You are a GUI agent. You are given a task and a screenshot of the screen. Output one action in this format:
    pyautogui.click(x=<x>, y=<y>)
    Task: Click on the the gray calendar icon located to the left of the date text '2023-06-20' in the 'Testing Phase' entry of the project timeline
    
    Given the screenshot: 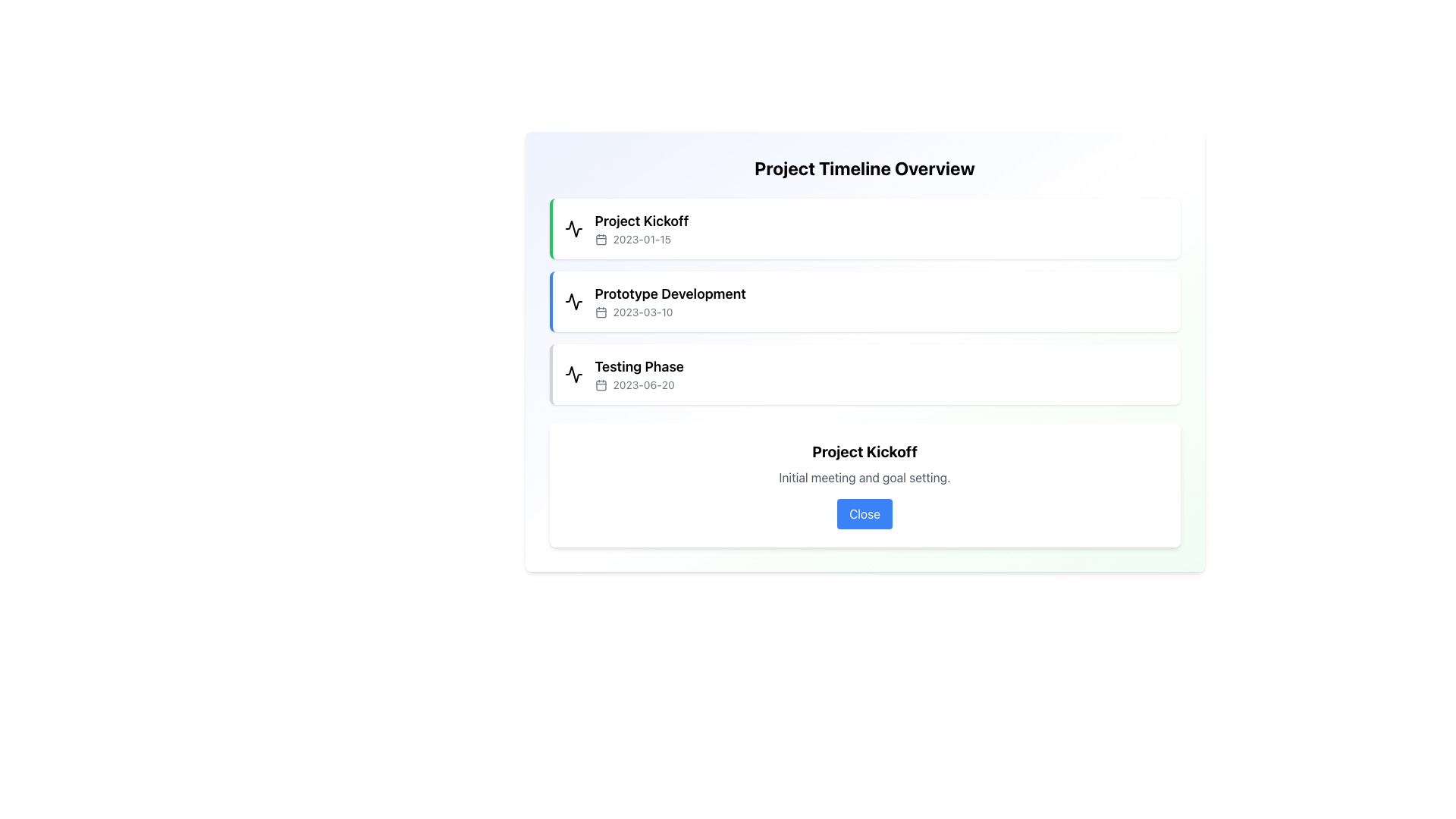 What is the action you would take?
    pyautogui.click(x=600, y=384)
    